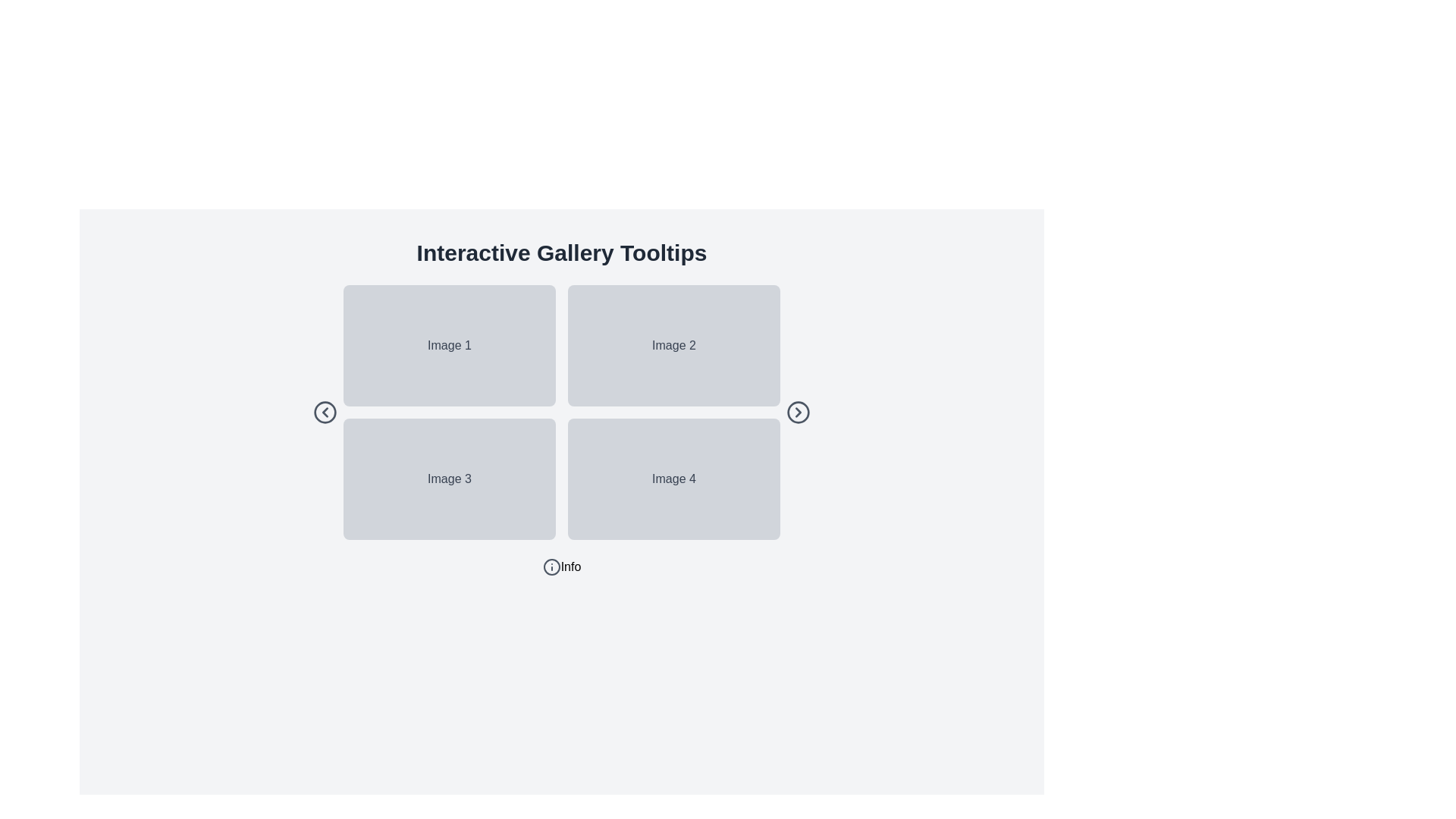 This screenshot has width=1456, height=819. What do you see at coordinates (797, 412) in the screenshot?
I see `the circular button with a gray border and rightward-facing chevron` at bounding box center [797, 412].